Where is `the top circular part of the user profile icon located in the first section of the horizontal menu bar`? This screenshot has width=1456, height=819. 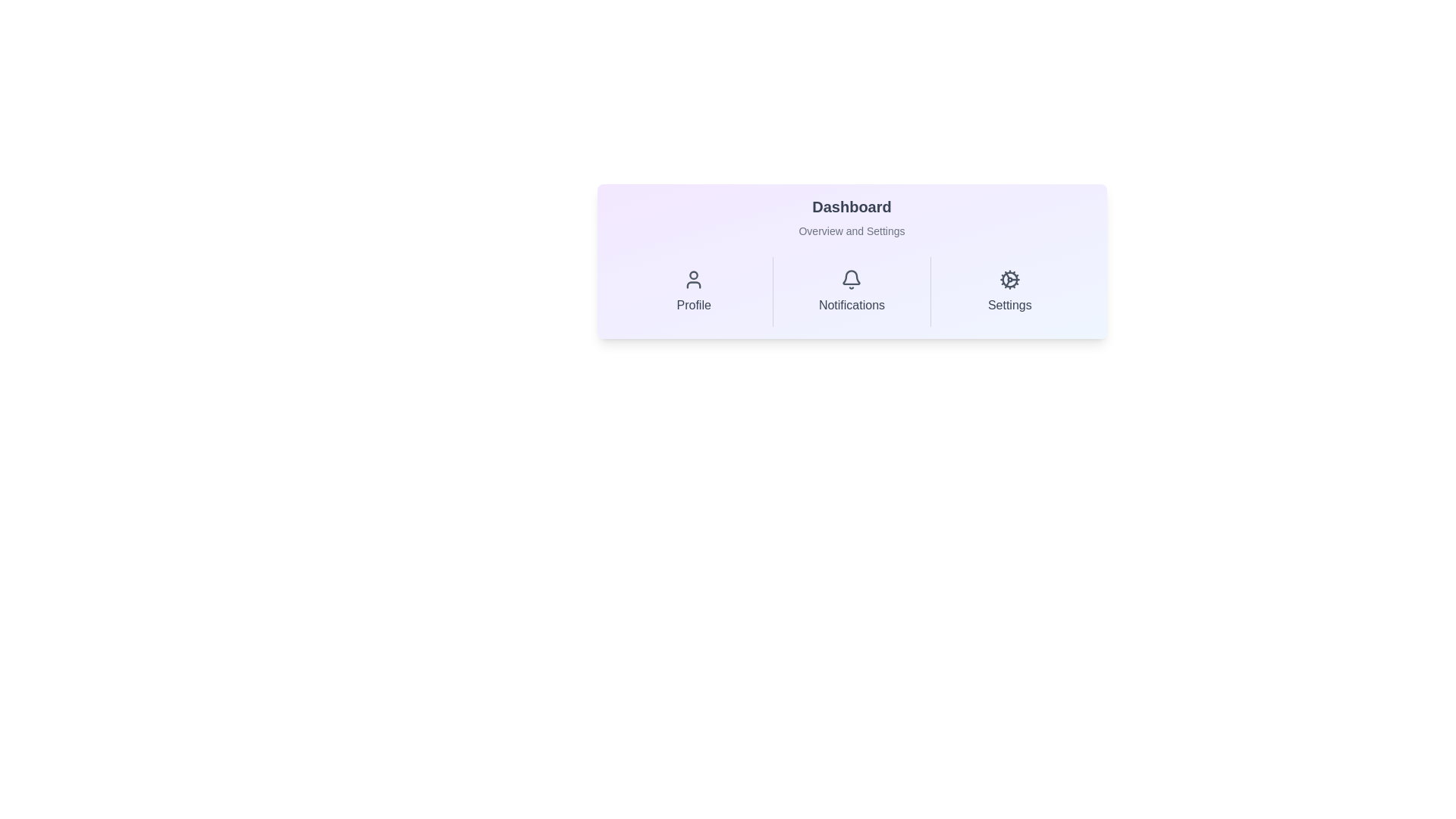 the top circular part of the user profile icon located in the first section of the horizontal menu bar is located at coordinates (693, 275).